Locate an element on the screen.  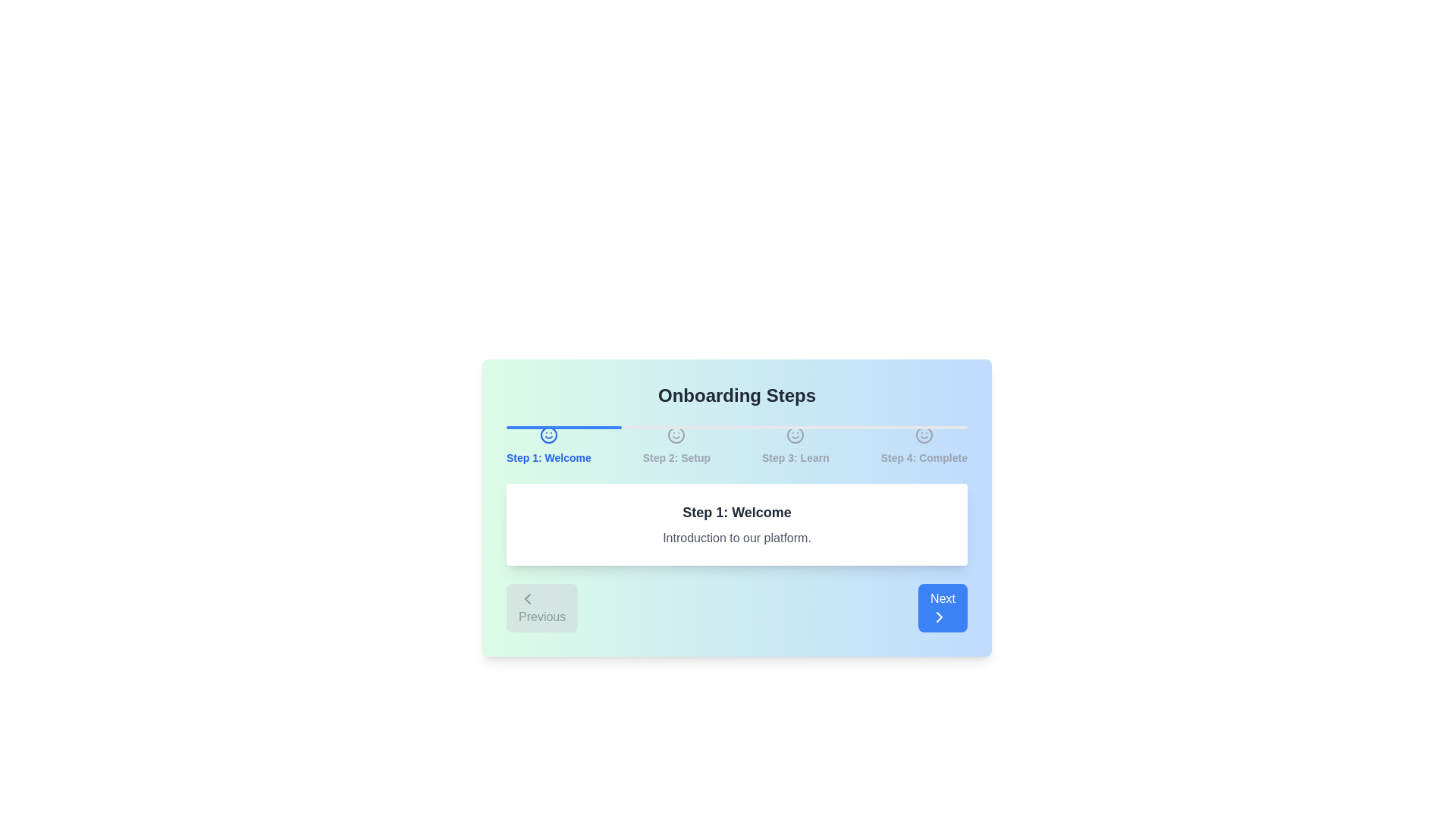
the third step indicator labeled 'Step 3: Learn', which features a gray smiley face icon is located at coordinates (795, 444).